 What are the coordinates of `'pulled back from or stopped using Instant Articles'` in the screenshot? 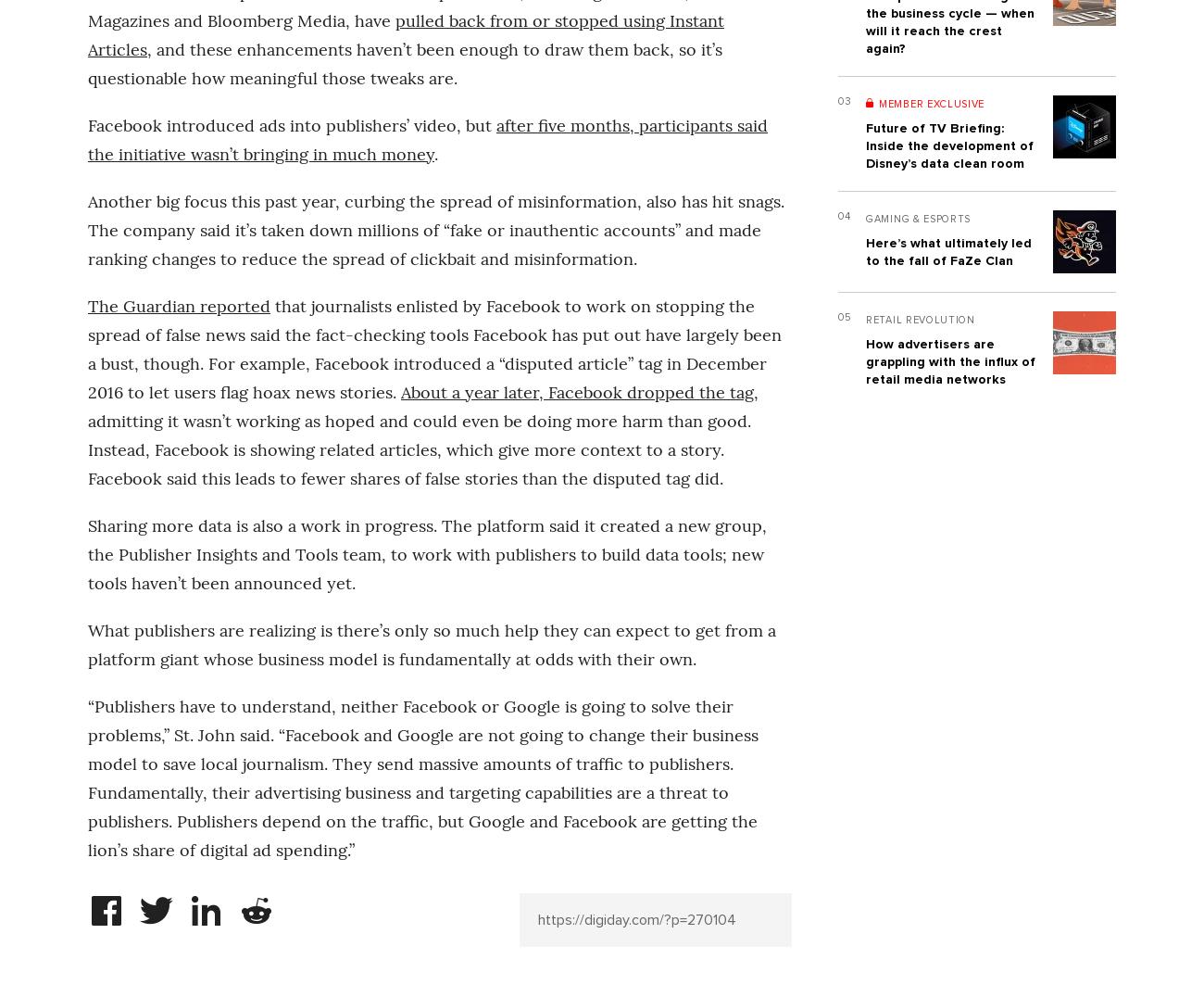 It's located at (405, 33).